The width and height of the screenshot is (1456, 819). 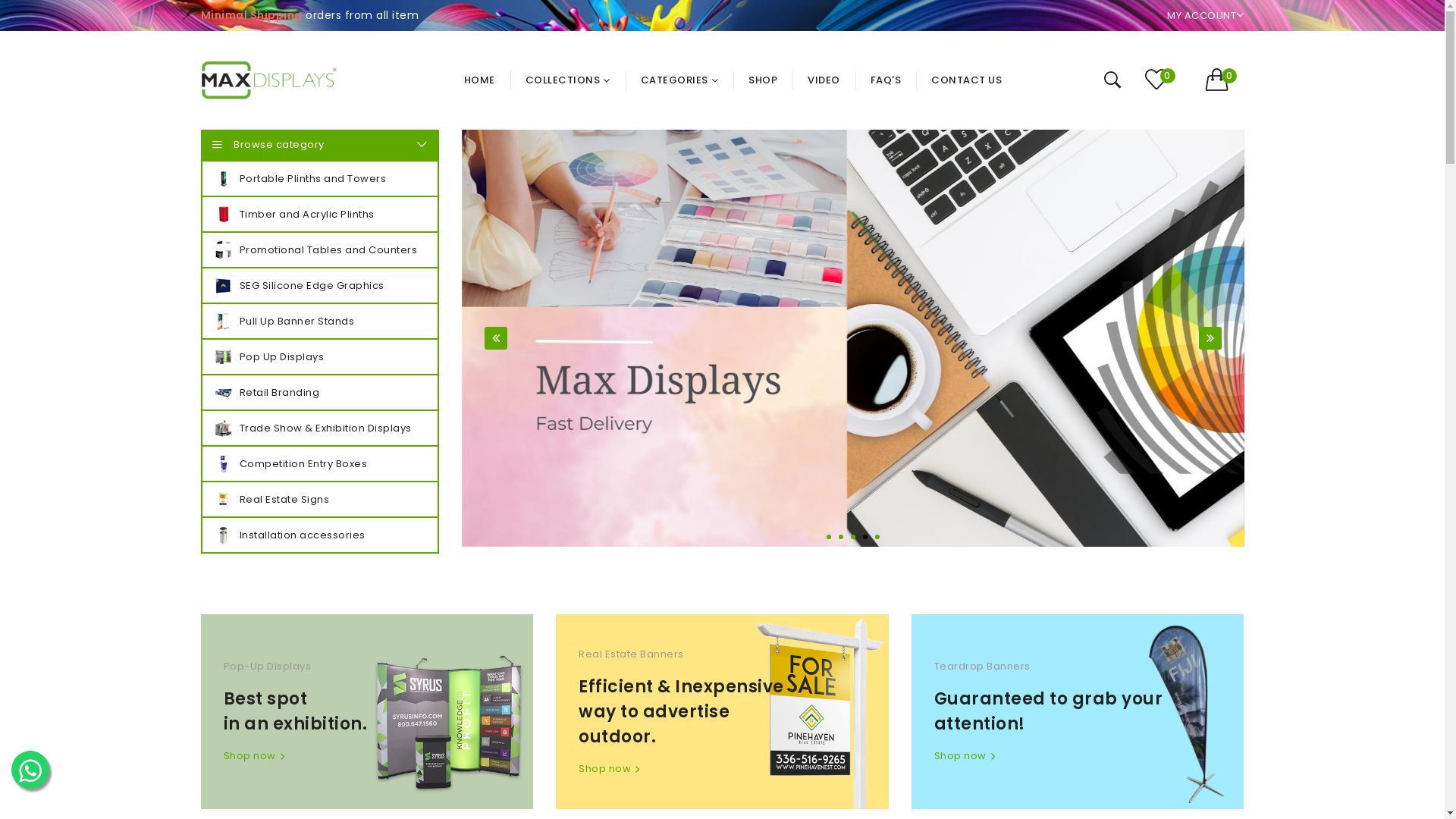 What do you see at coordinates (318, 214) in the screenshot?
I see `'Timber and Acrylic Plinths'` at bounding box center [318, 214].